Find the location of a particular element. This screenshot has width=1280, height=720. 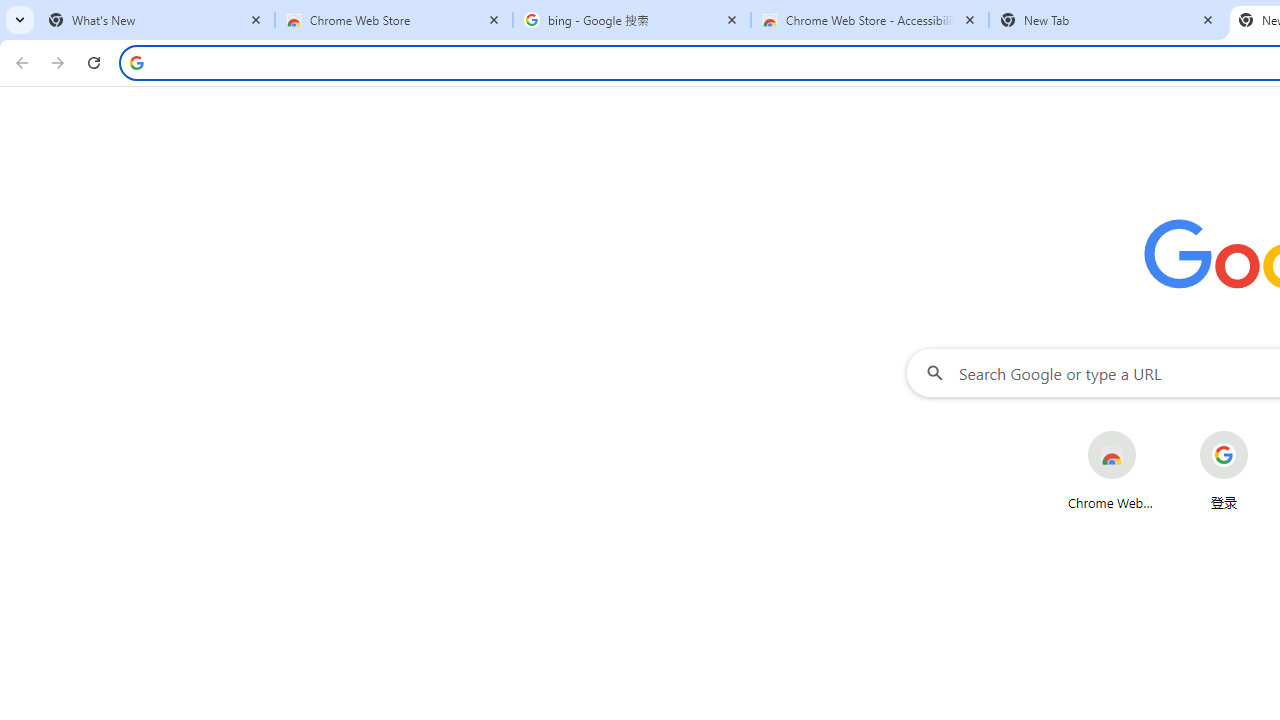

'New Tab' is located at coordinates (1107, 20).